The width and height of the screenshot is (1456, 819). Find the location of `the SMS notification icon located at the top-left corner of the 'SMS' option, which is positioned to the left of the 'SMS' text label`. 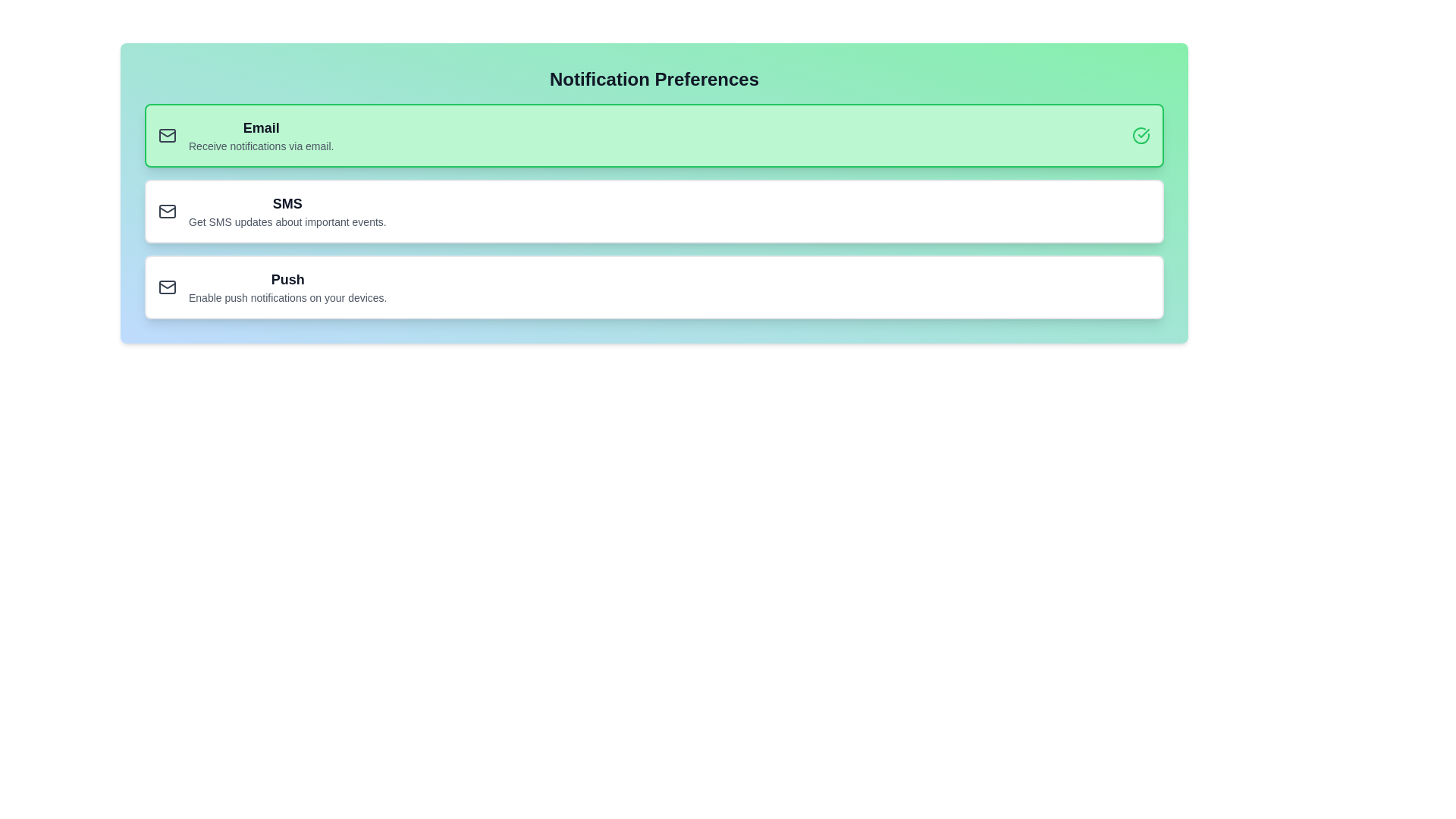

the SMS notification icon located at the top-left corner of the 'SMS' option, which is positioned to the left of the 'SMS' text label is located at coordinates (167, 211).